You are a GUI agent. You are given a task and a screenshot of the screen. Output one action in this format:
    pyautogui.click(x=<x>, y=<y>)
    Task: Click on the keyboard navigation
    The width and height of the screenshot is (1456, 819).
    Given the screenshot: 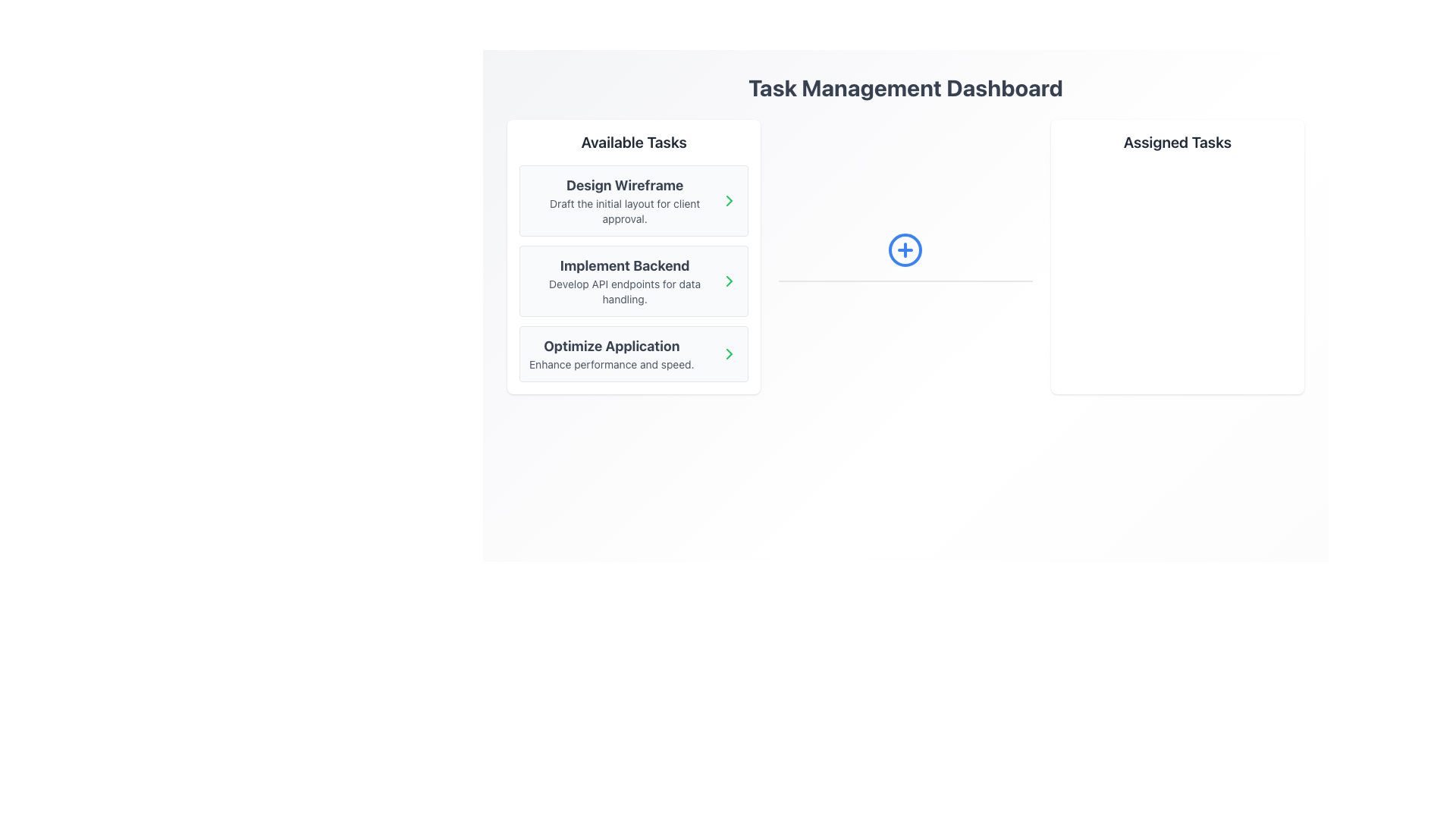 What is the action you would take?
    pyautogui.click(x=634, y=353)
    